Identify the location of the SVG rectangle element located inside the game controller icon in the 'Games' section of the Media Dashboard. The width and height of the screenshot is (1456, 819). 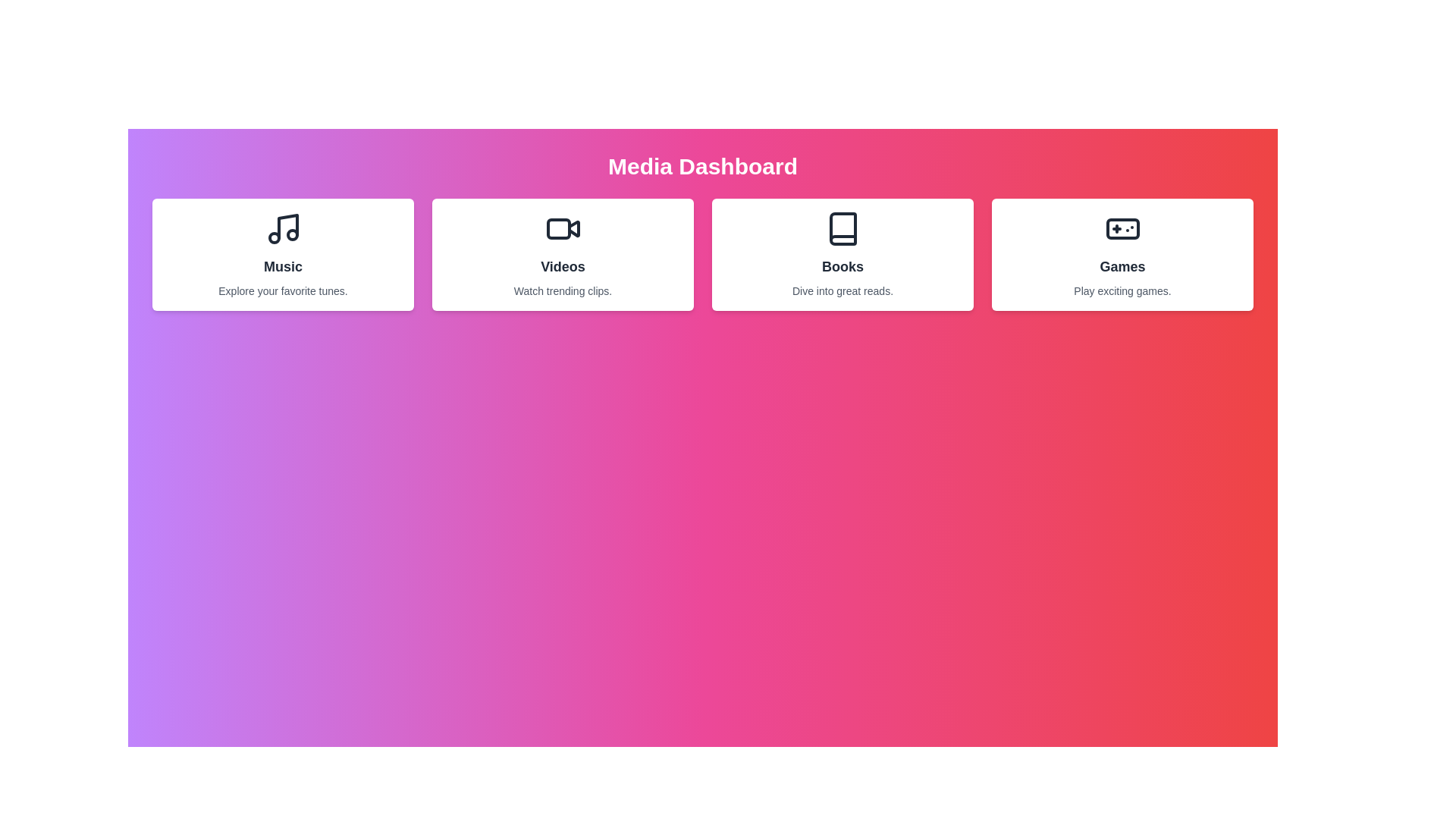
(1122, 228).